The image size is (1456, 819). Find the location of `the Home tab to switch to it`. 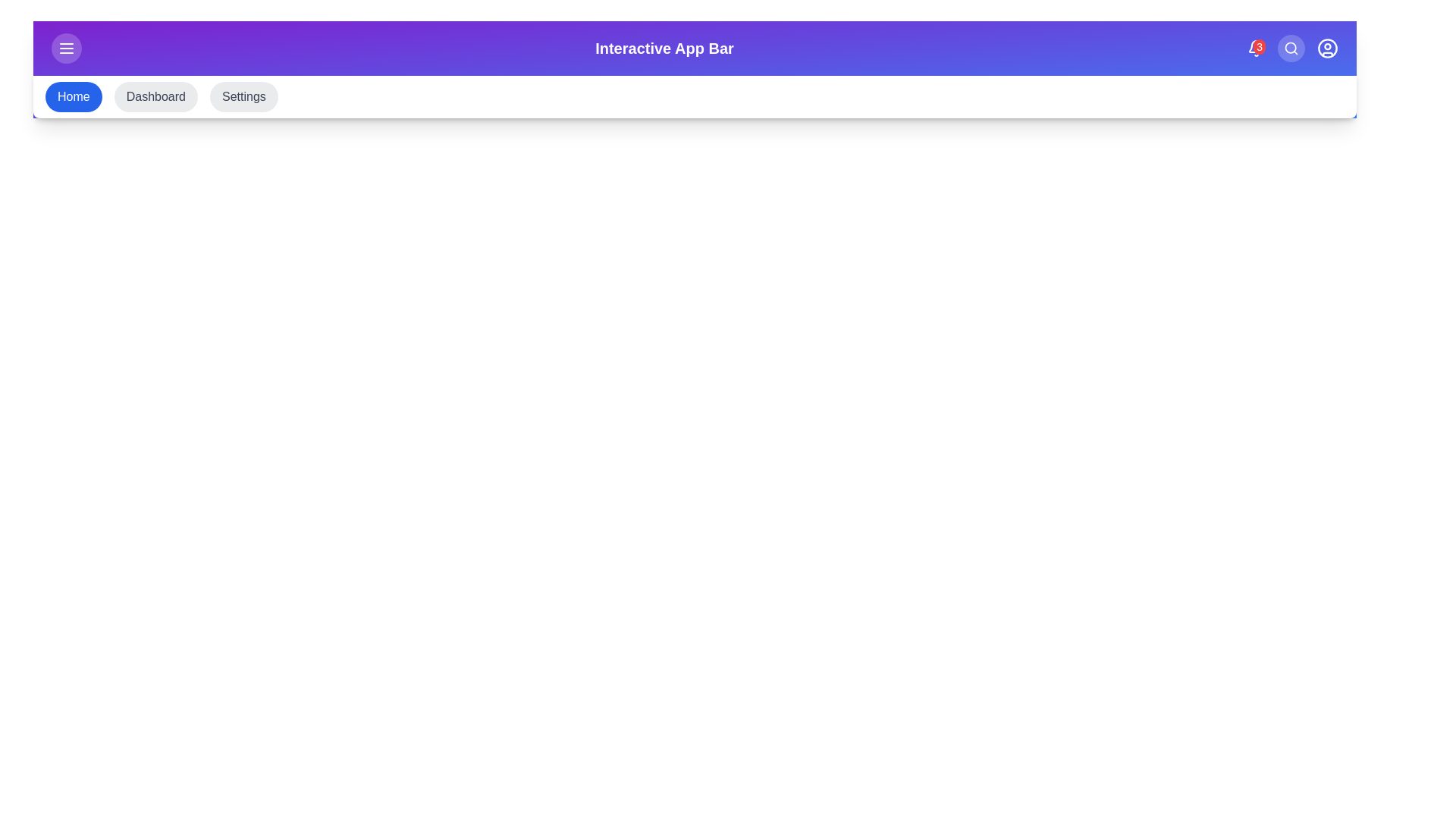

the Home tab to switch to it is located at coordinates (72, 96).